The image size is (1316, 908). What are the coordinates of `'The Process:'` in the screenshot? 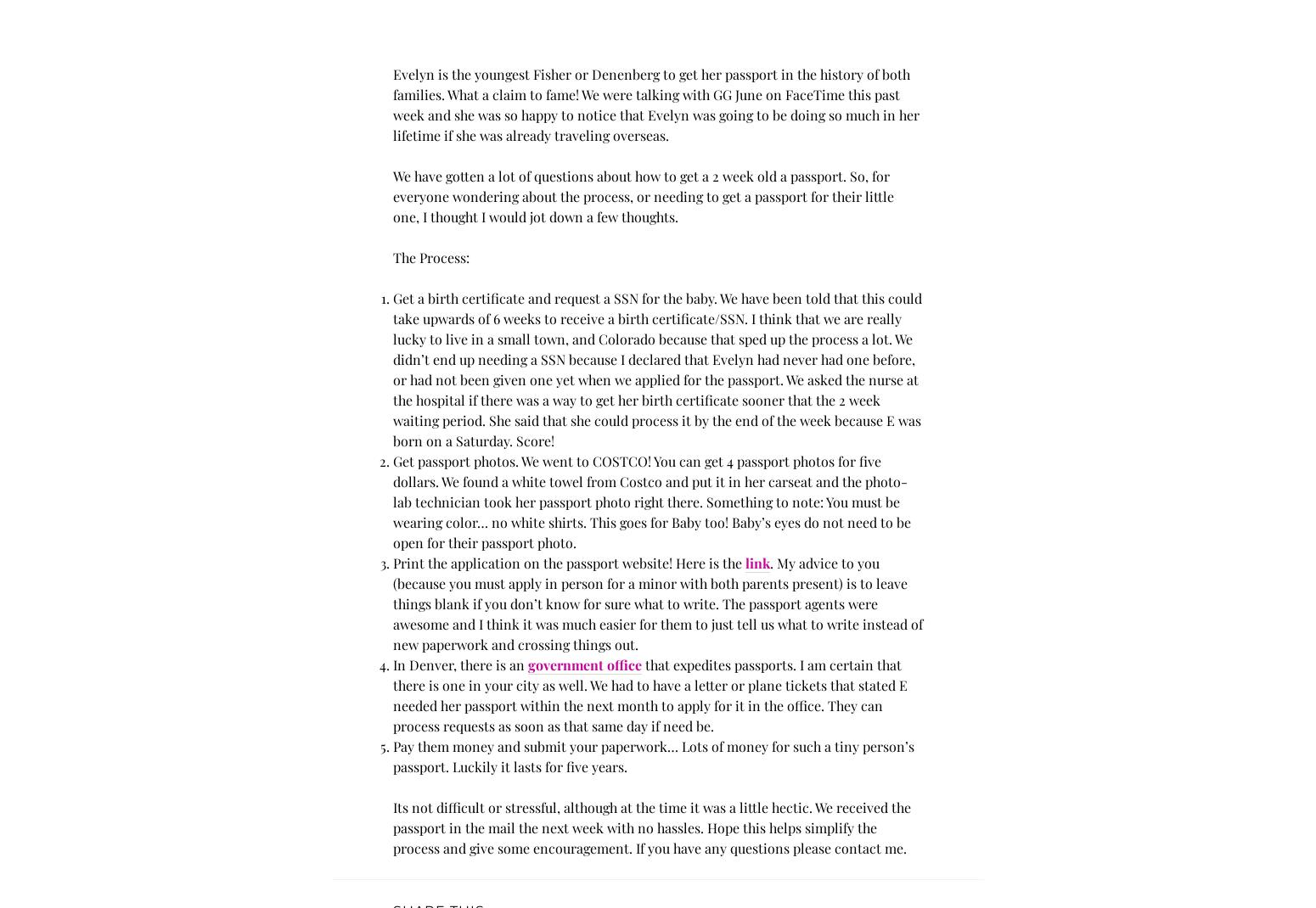 It's located at (430, 257).